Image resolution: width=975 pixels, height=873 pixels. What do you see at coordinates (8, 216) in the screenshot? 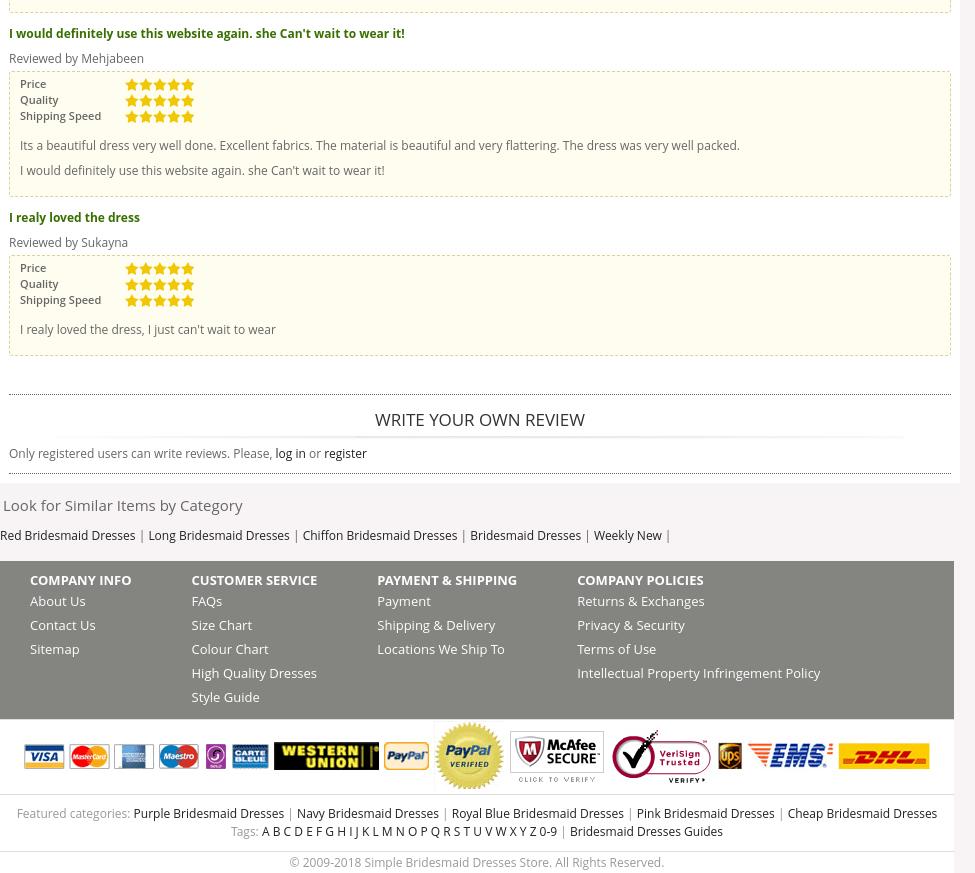
I see `'I realy loved the dress'` at bounding box center [8, 216].